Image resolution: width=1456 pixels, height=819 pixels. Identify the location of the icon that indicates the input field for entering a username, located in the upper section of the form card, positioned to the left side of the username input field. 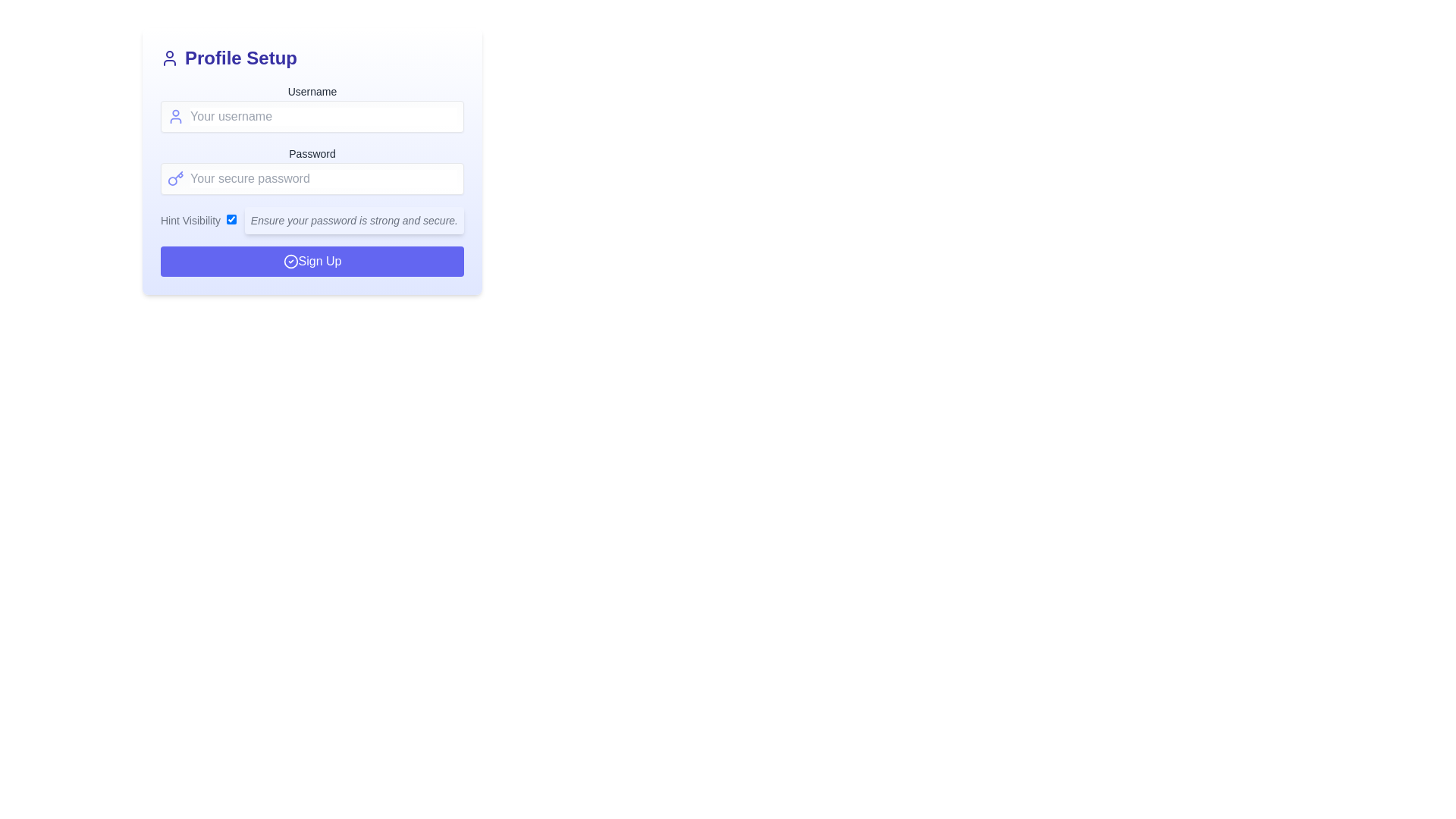
(176, 116).